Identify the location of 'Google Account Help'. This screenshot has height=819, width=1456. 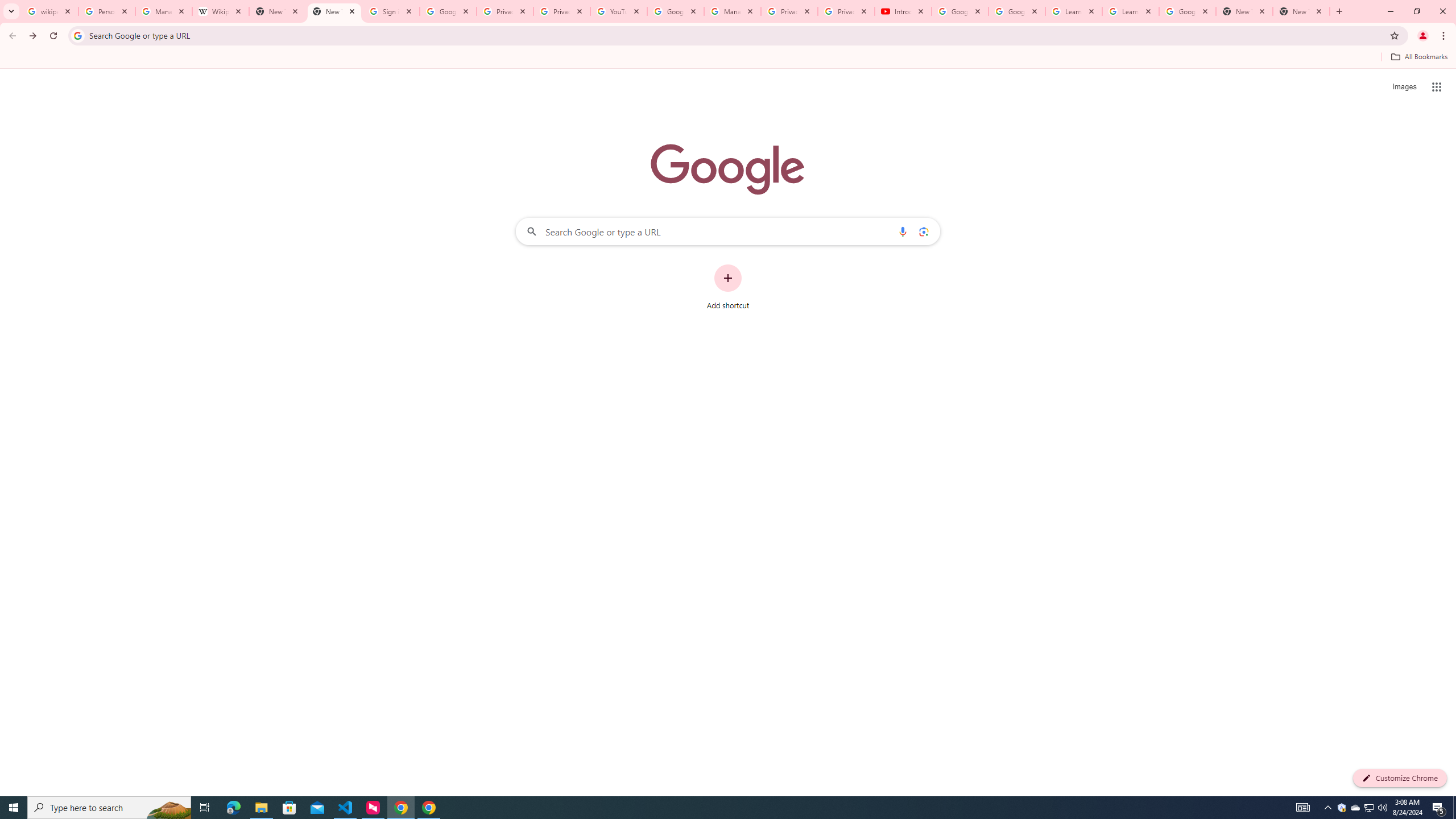
(1015, 11).